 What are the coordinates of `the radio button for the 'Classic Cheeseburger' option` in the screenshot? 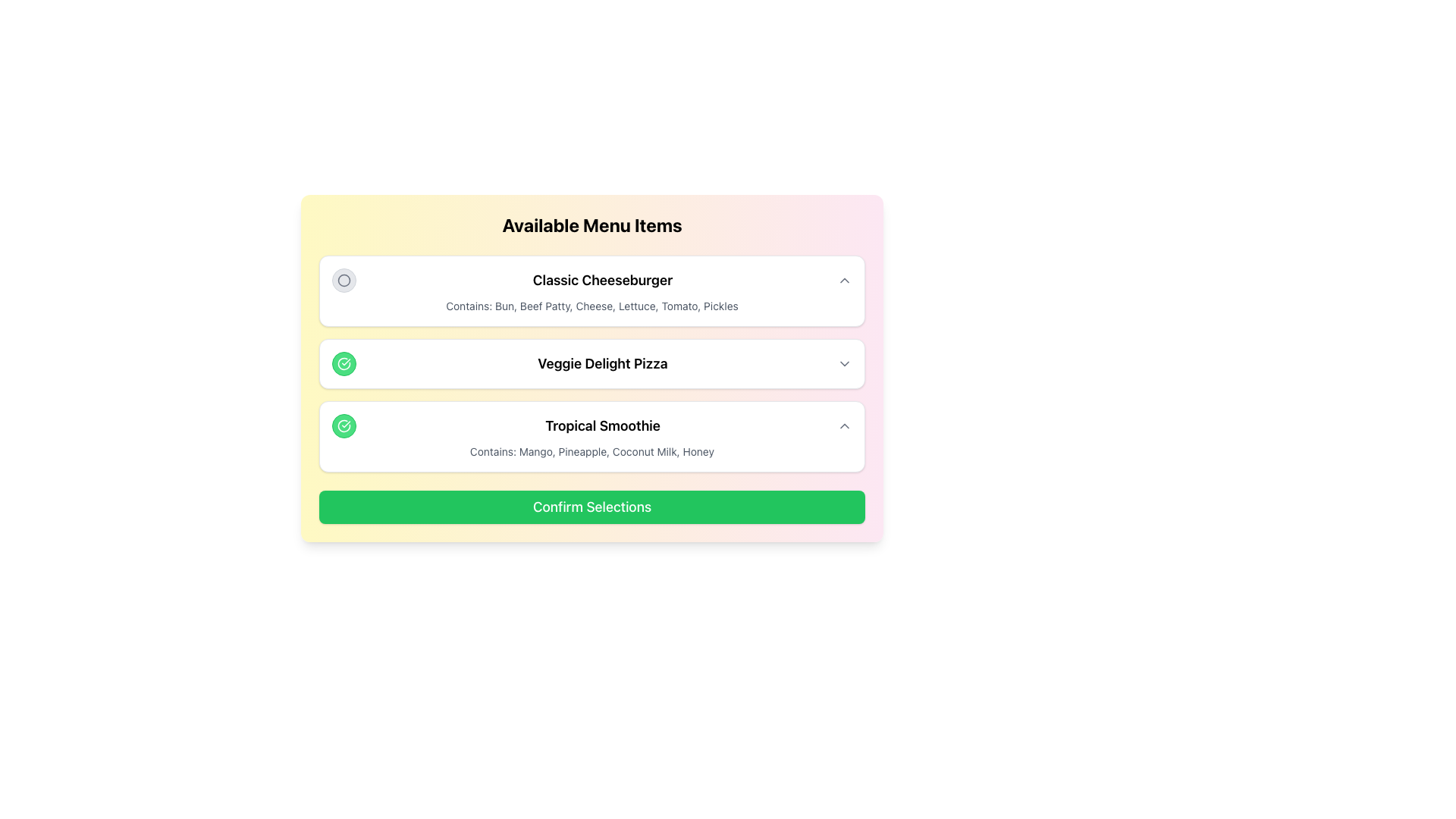 It's located at (344, 281).